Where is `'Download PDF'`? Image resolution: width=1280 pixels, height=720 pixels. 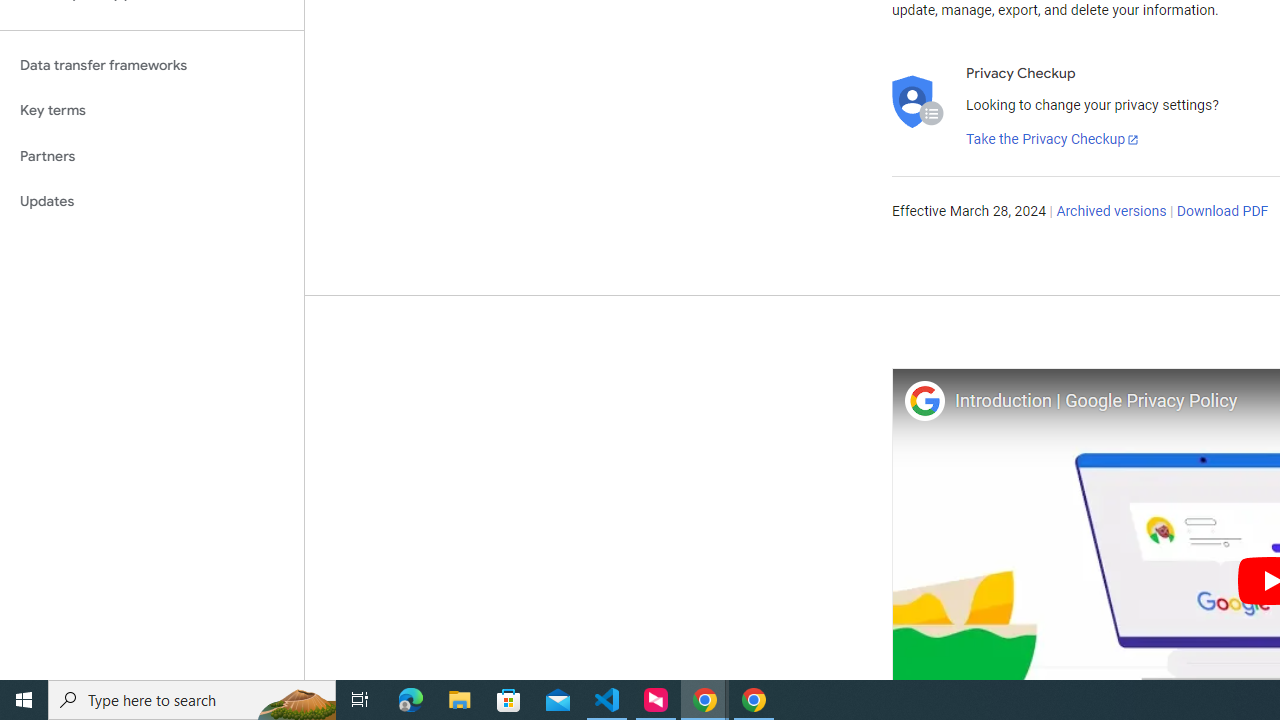
'Download PDF' is located at coordinates (1221, 212).